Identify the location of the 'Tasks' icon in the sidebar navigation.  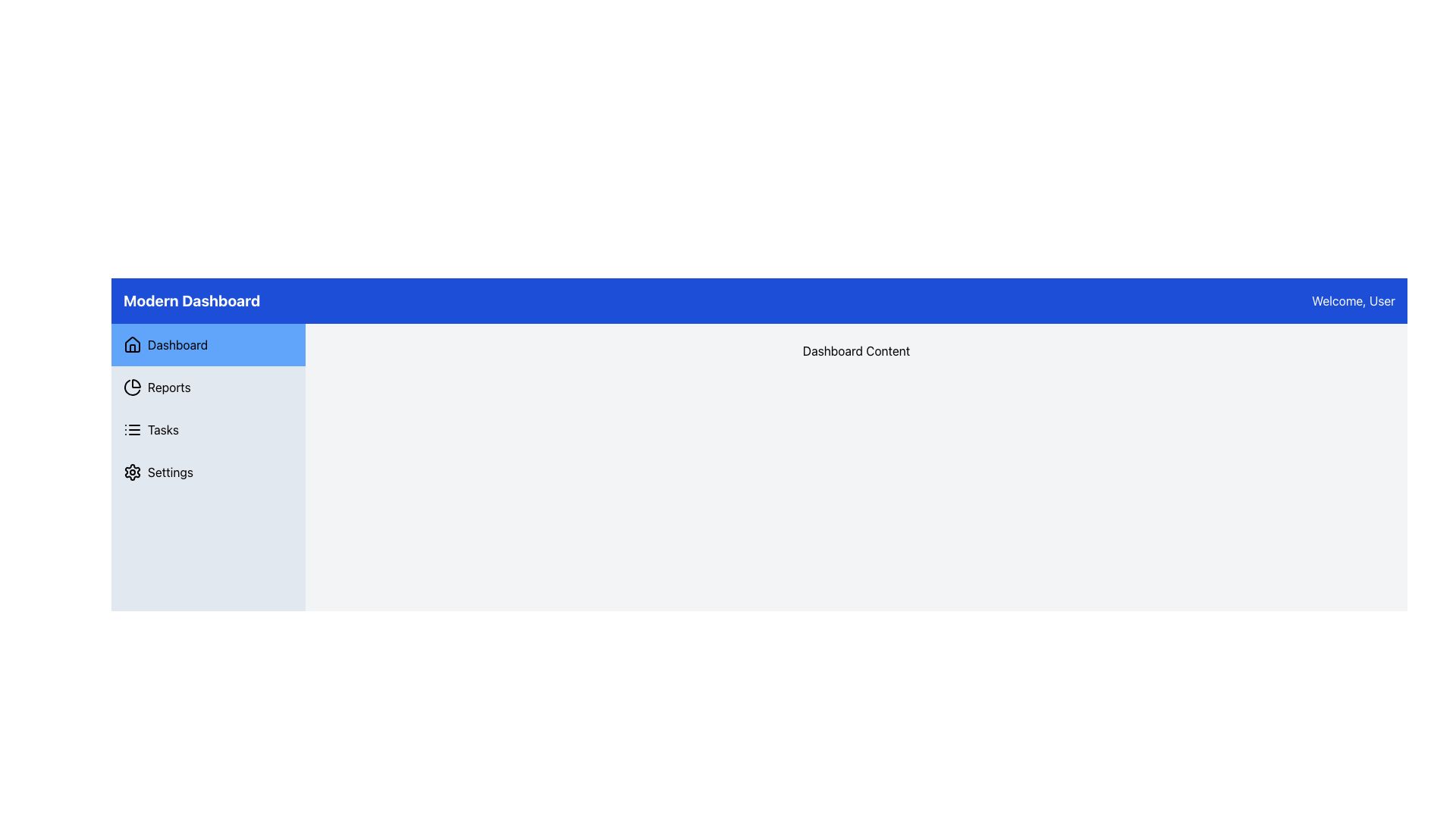
(132, 430).